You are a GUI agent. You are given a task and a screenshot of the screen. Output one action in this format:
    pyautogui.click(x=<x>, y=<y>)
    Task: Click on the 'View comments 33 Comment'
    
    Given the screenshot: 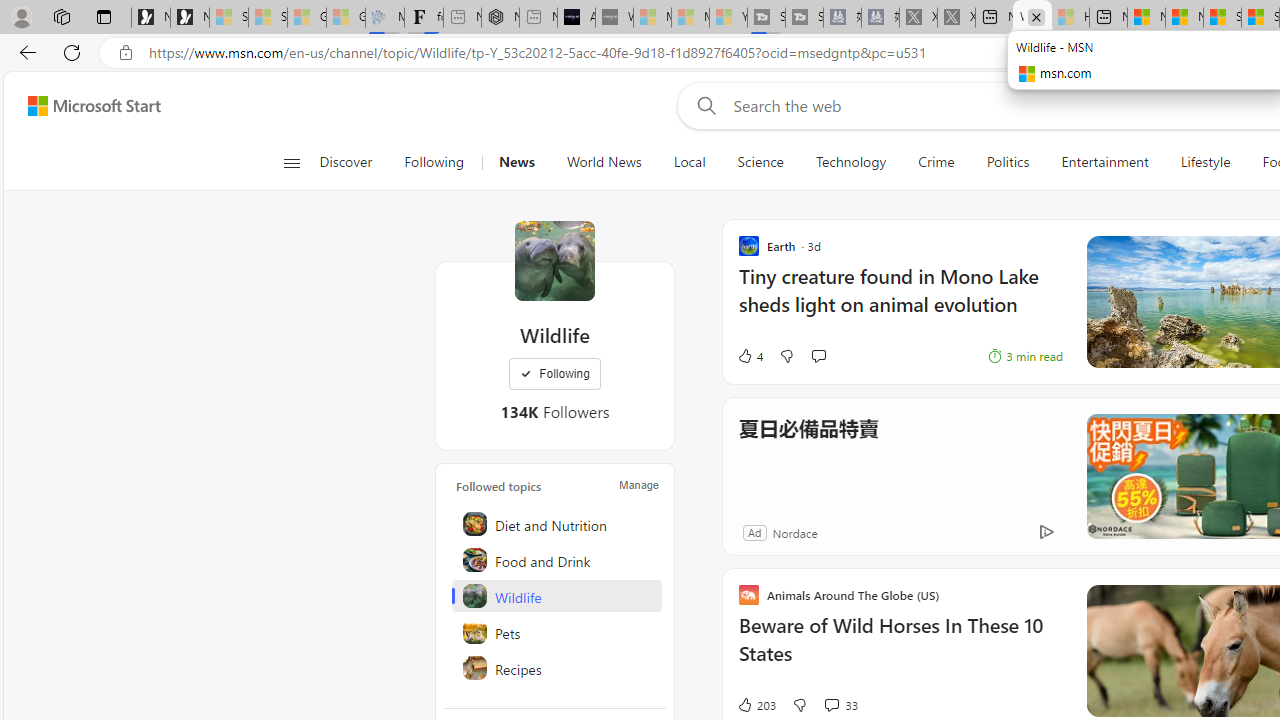 What is the action you would take?
    pyautogui.click(x=840, y=703)
    